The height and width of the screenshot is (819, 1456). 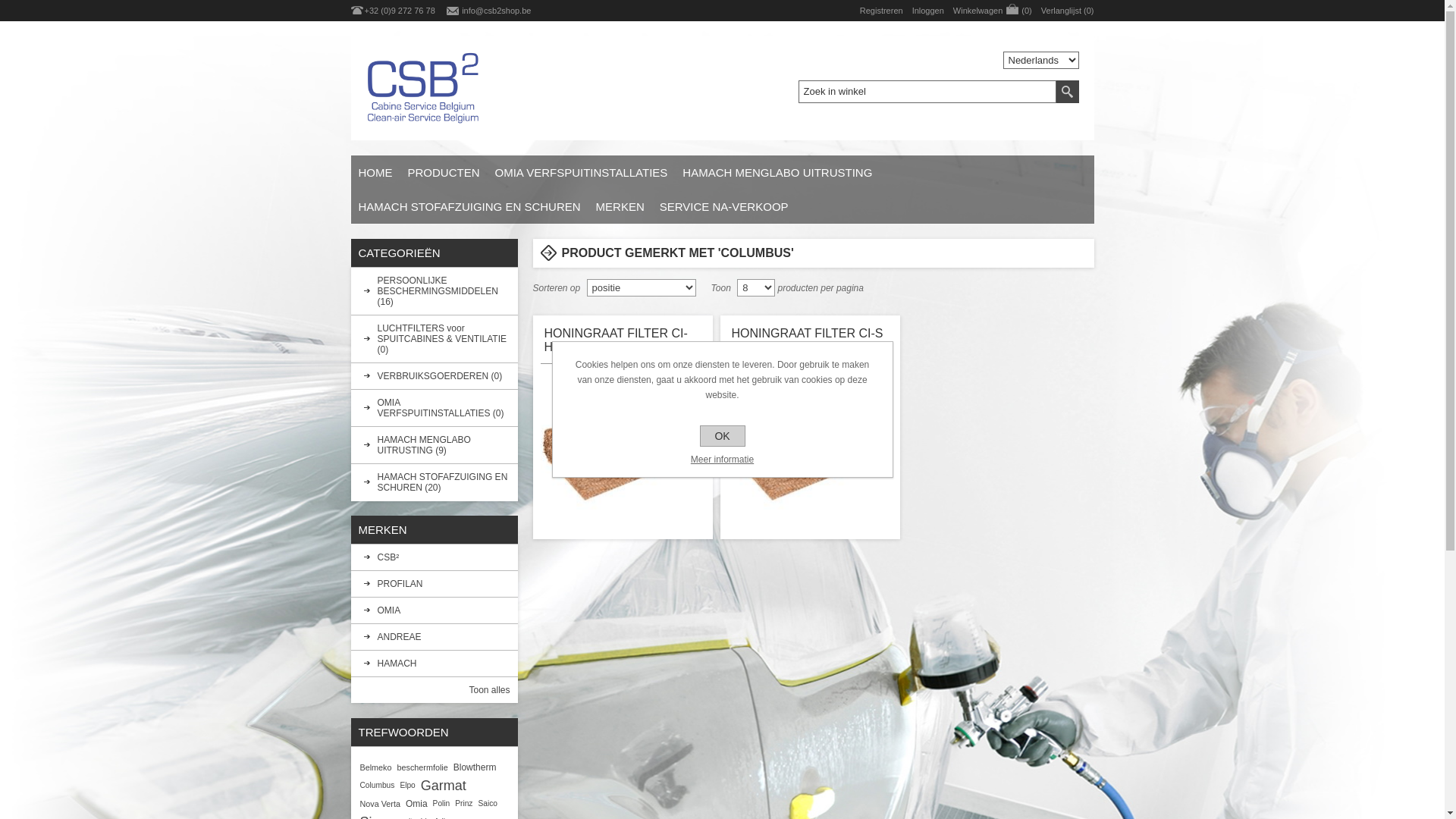 What do you see at coordinates (397, 767) in the screenshot?
I see `'beschermfolie'` at bounding box center [397, 767].